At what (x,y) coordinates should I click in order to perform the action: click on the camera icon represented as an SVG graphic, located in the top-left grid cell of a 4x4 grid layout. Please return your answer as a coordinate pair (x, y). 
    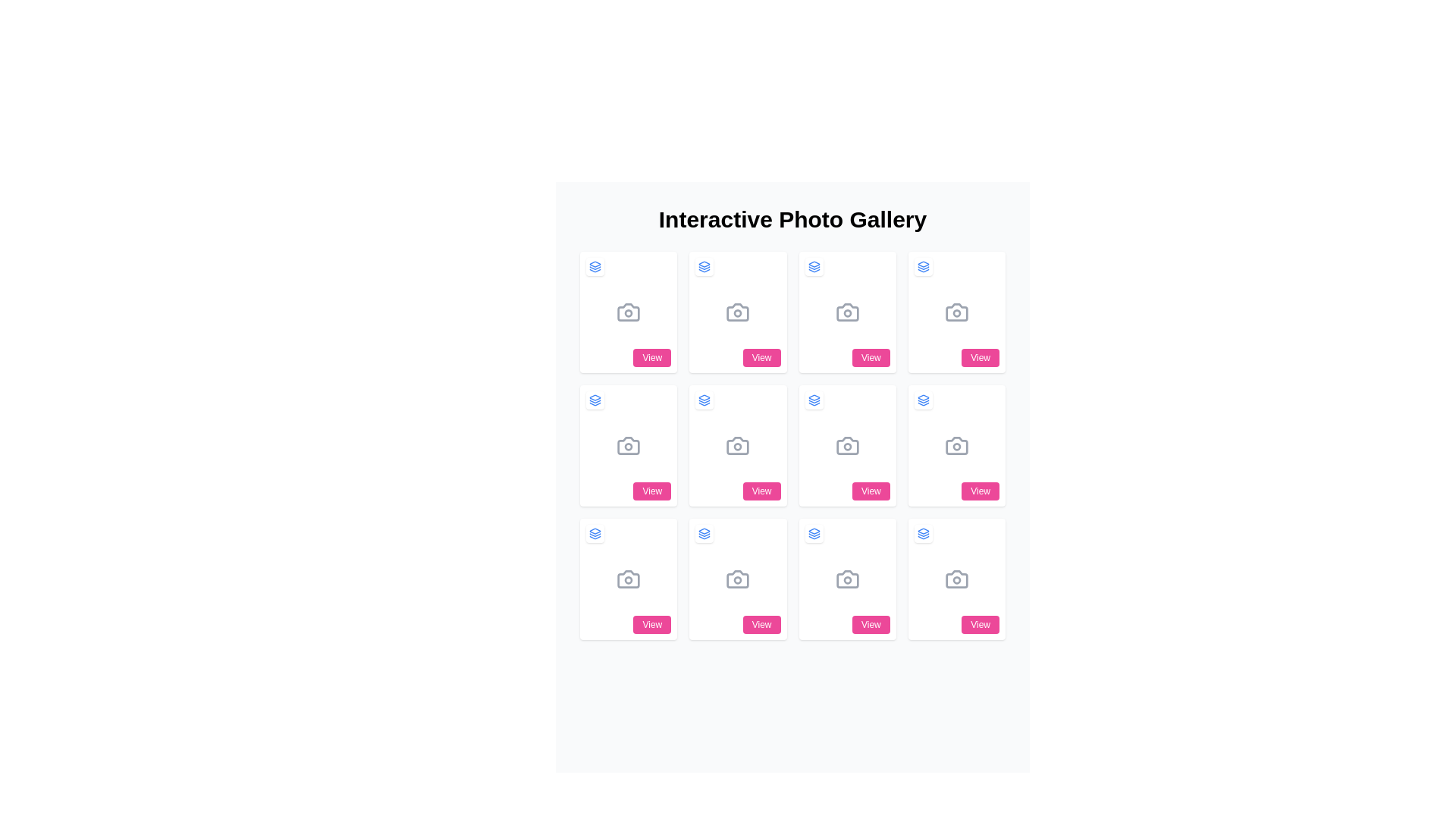
    Looking at the image, I should click on (629, 312).